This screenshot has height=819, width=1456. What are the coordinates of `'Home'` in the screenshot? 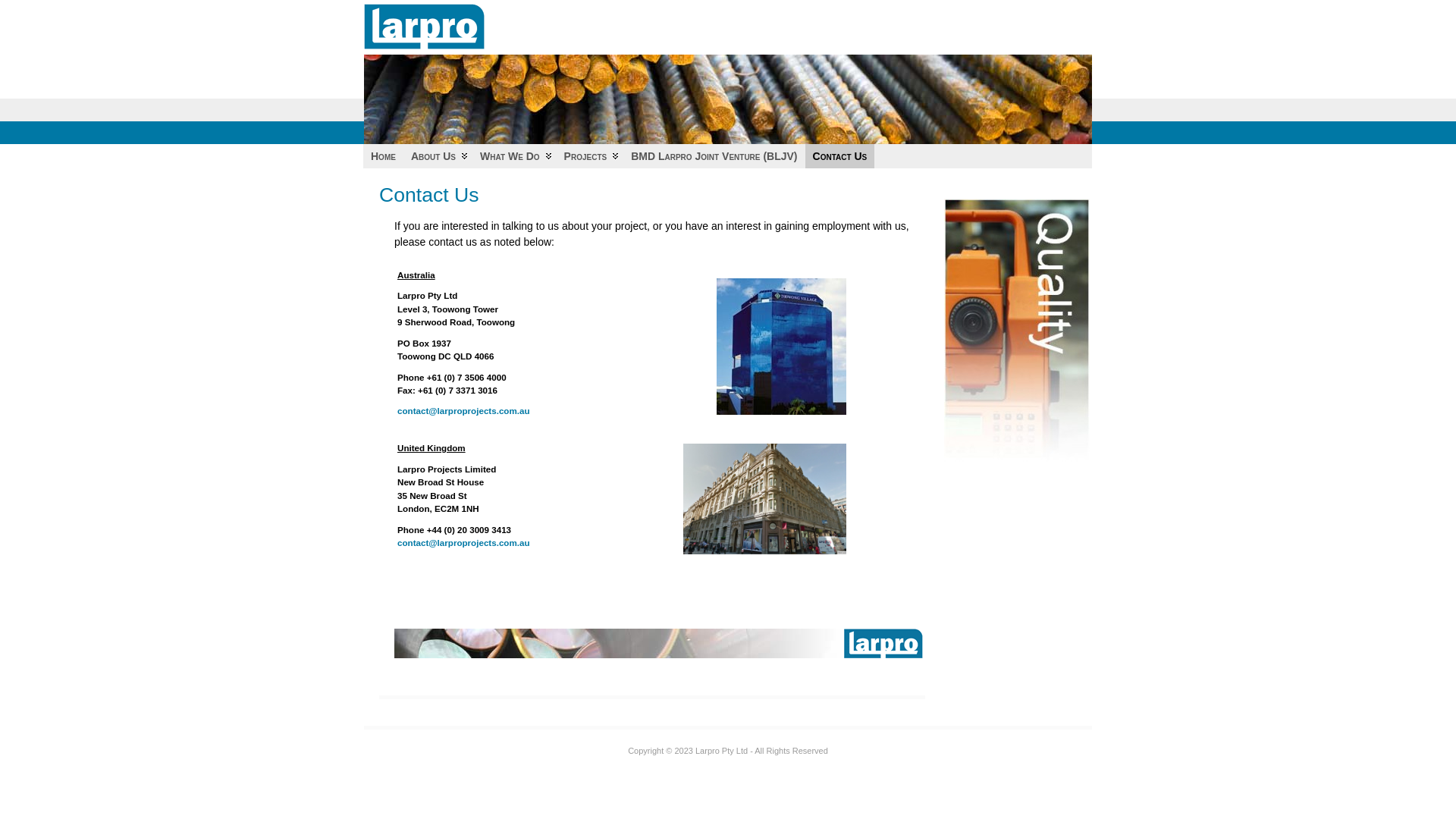 It's located at (362, 155).